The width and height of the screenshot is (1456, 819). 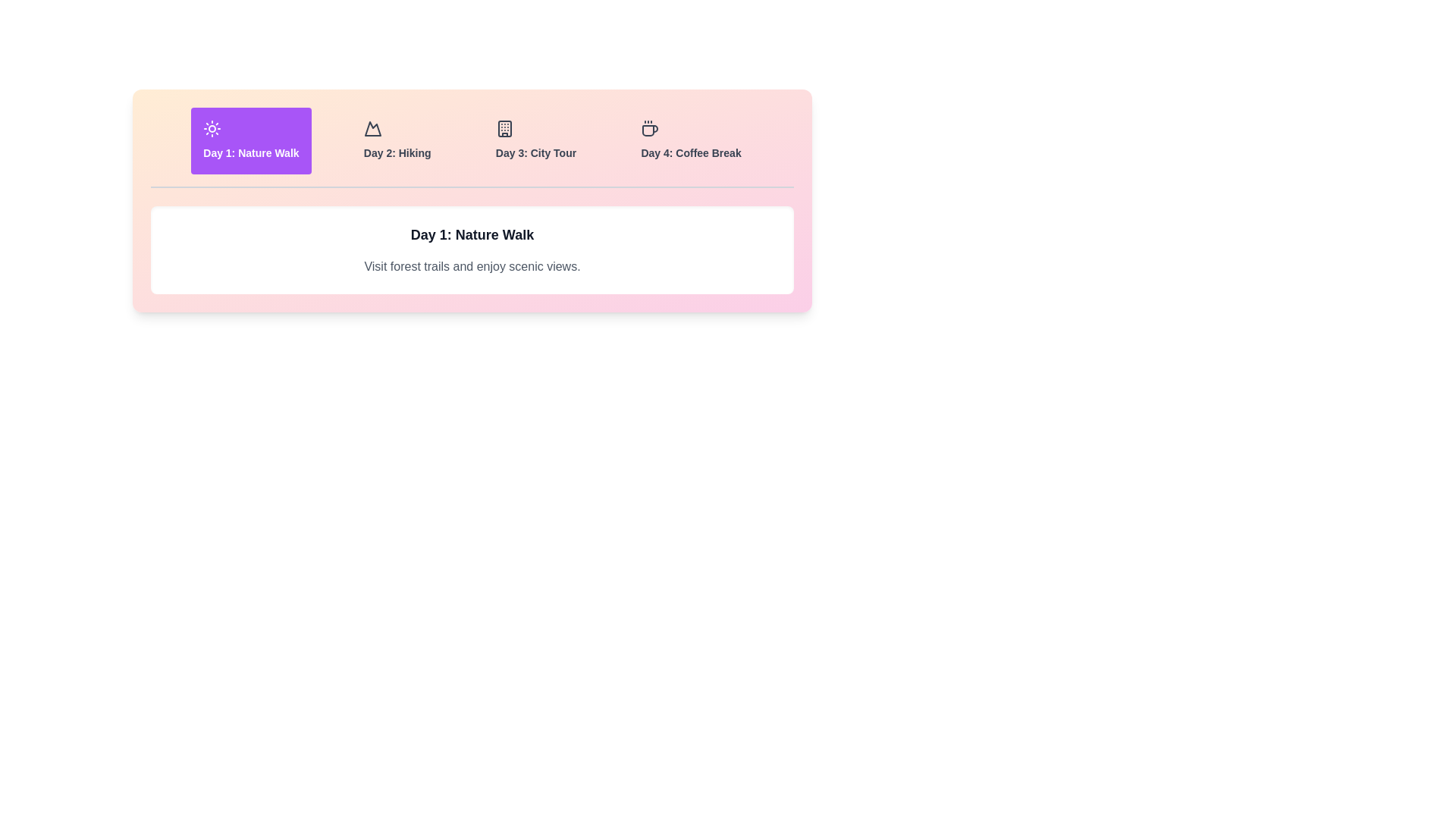 What do you see at coordinates (397, 140) in the screenshot?
I see `the tab corresponding to Day 2: Hiking` at bounding box center [397, 140].